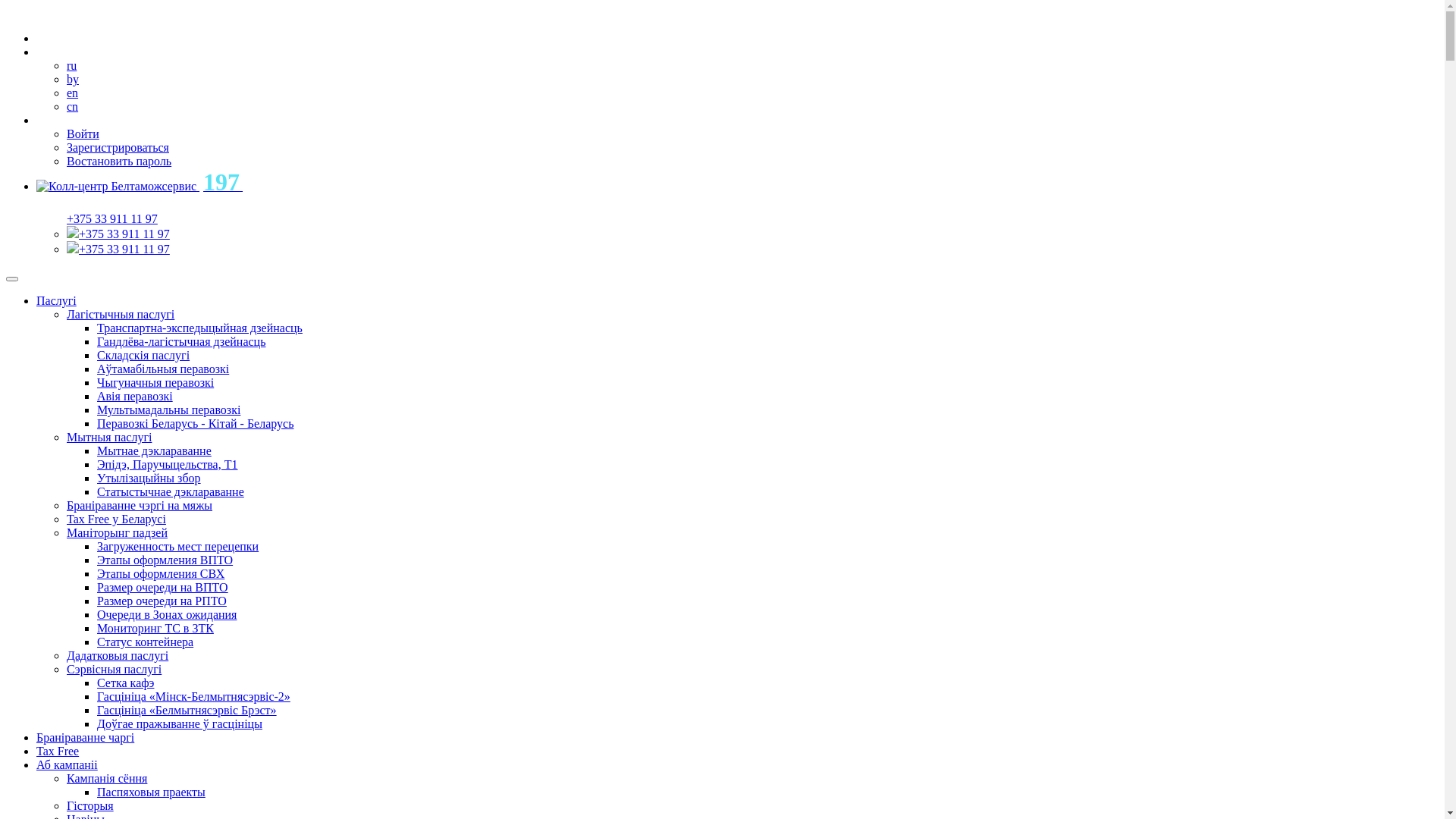 This screenshot has height=819, width=1456. What do you see at coordinates (71, 93) in the screenshot?
I see `'en'` at bounding box center [71, 93].